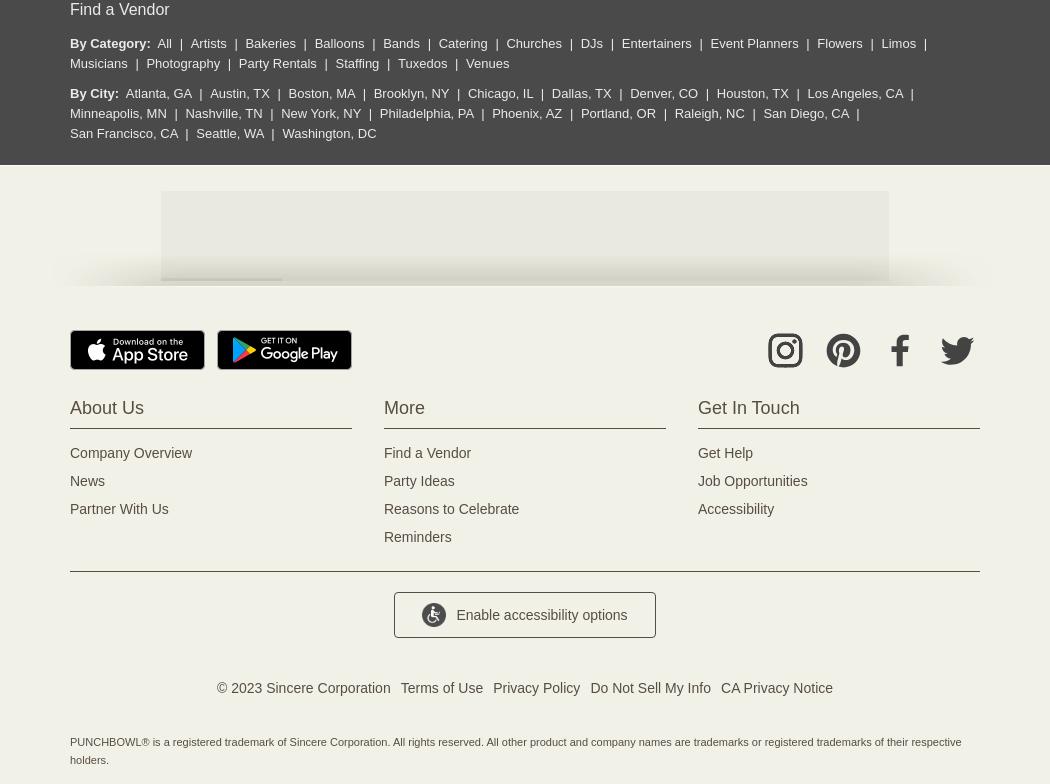  Describe the element at coordinates (403, 407) in the screenshot. I see `'More'` at that location.